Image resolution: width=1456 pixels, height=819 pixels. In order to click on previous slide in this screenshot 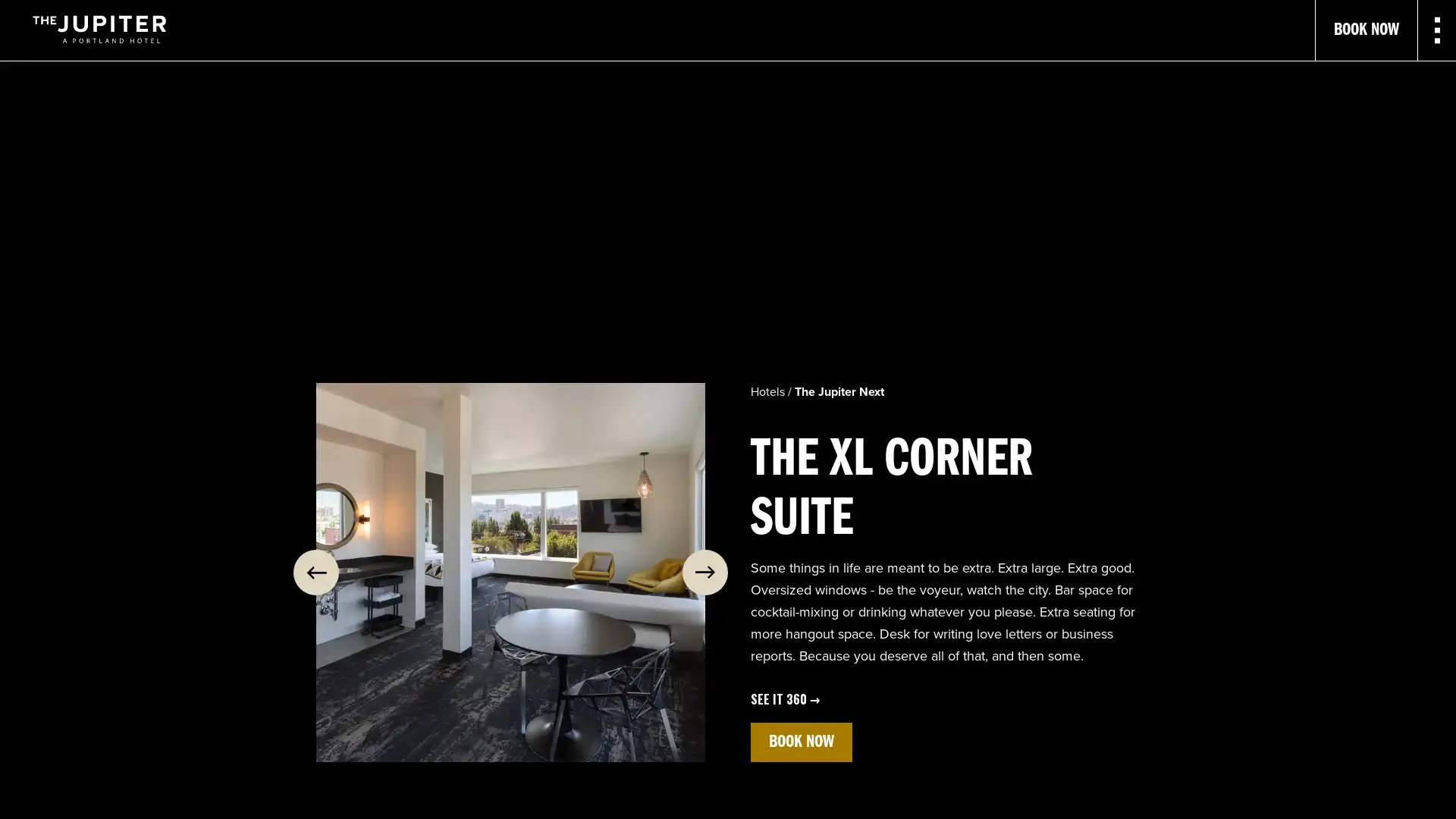, I will do `click(315, 573)`.